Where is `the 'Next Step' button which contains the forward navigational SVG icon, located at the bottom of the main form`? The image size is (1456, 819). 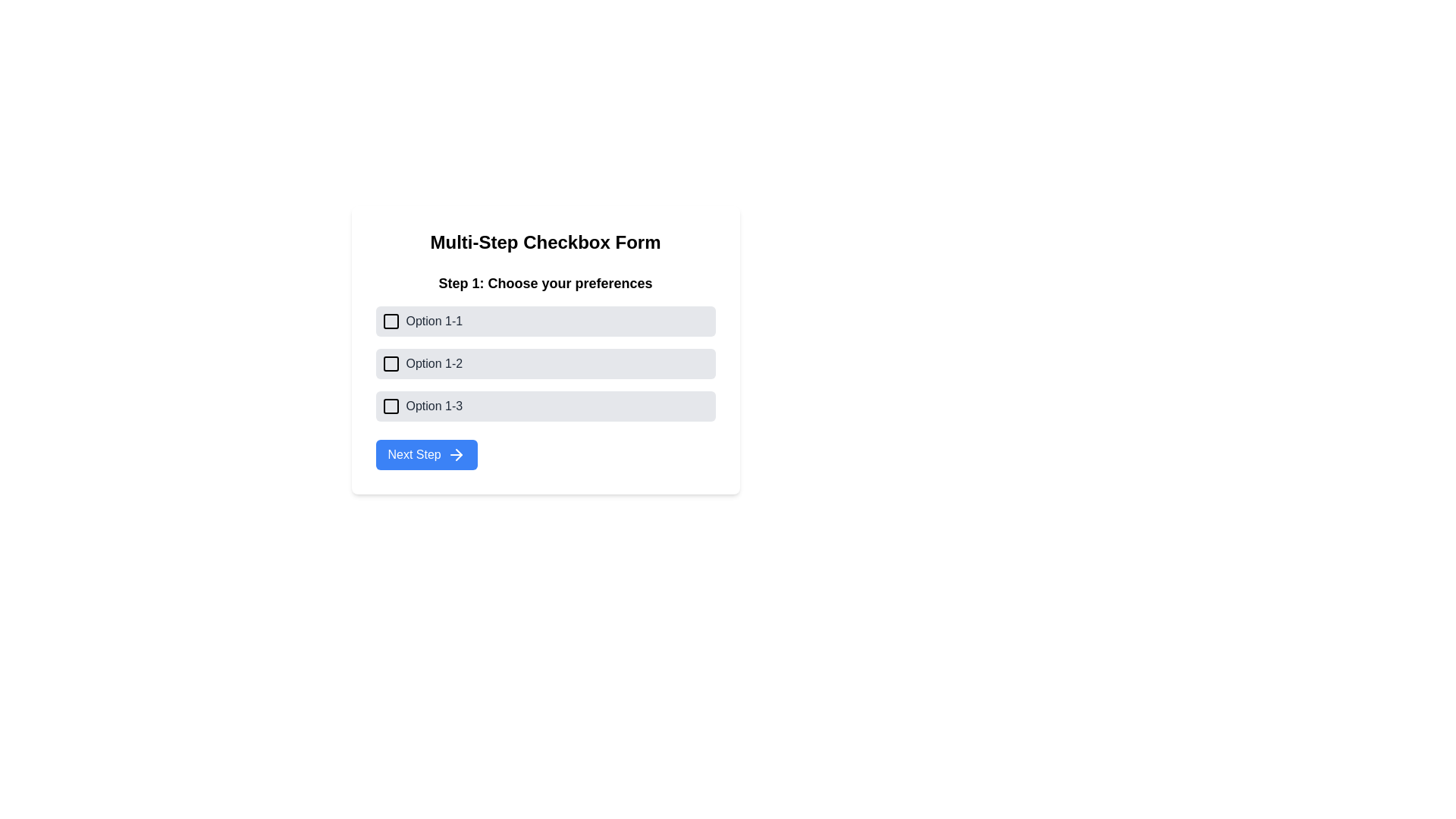
the 'Next Step' button which contains the forward navigational SVG icon, located at the bottom of the main form is located at coordinates (455, 454).